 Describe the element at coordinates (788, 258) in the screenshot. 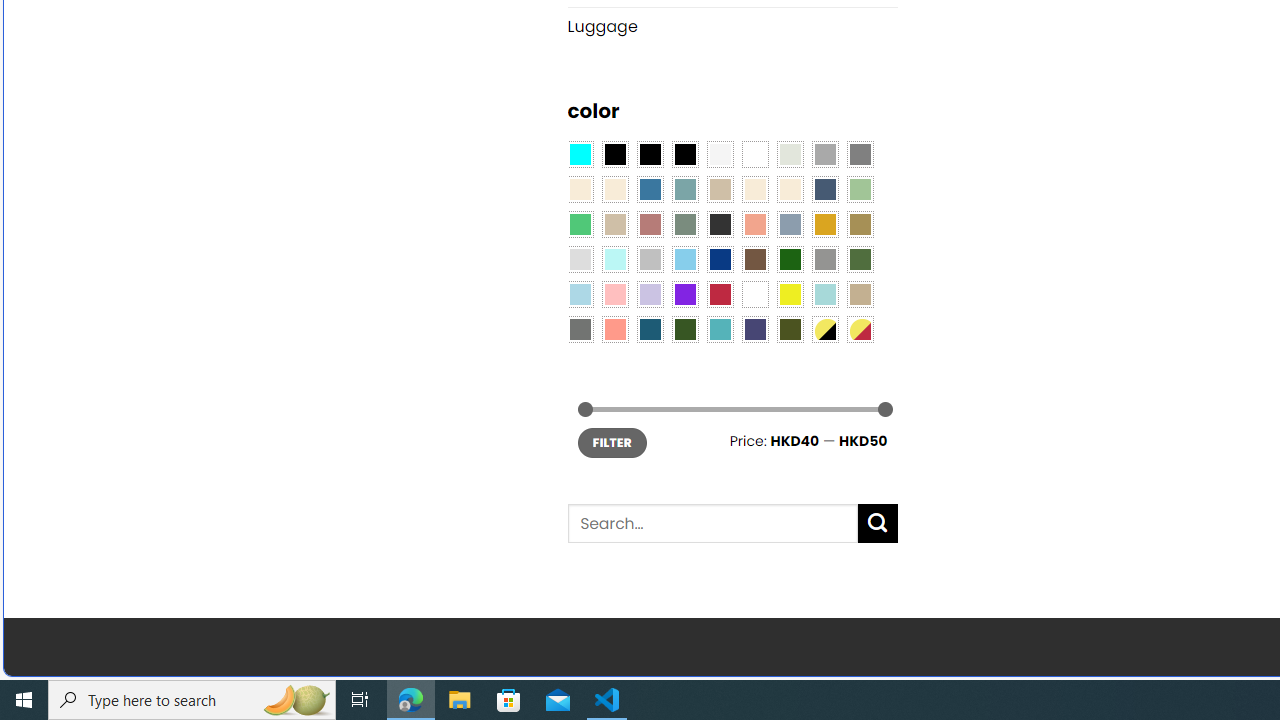

I see `'Dark Green'` at that location.